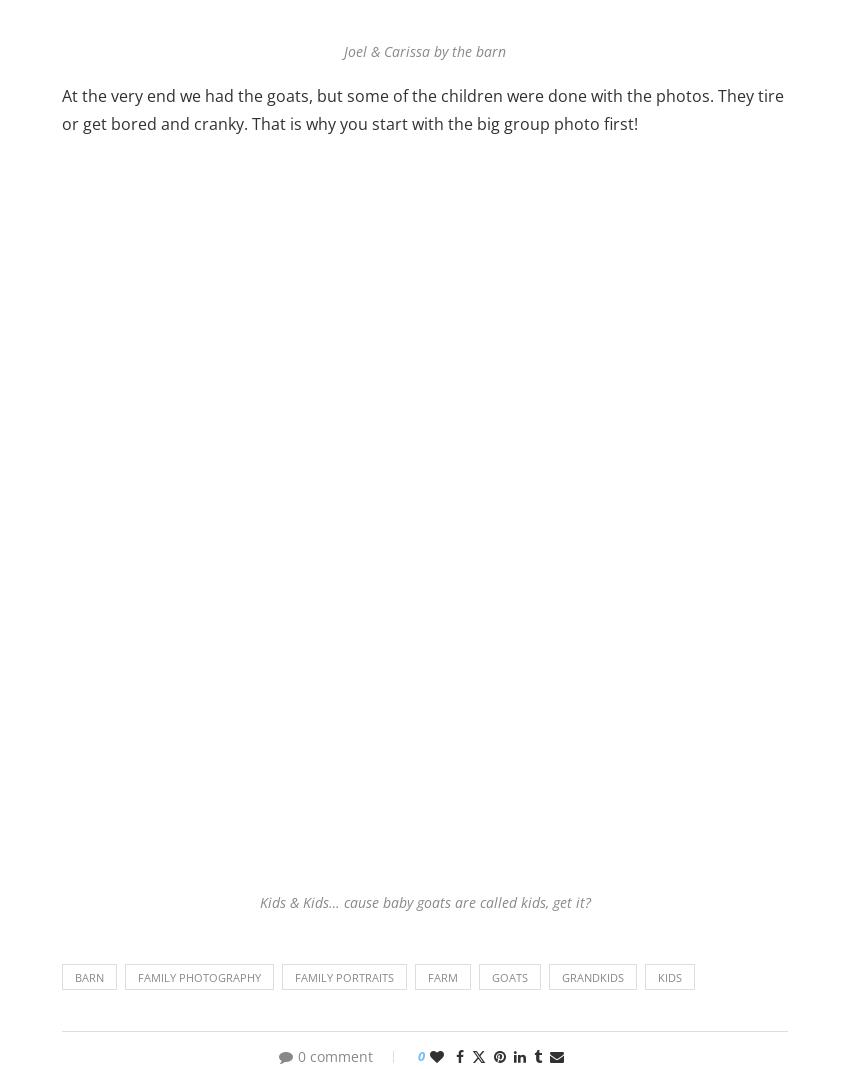 Image resolution: width=850 pixels, height=1069 pixels. I want to click on 'barn', so click(88, 976).